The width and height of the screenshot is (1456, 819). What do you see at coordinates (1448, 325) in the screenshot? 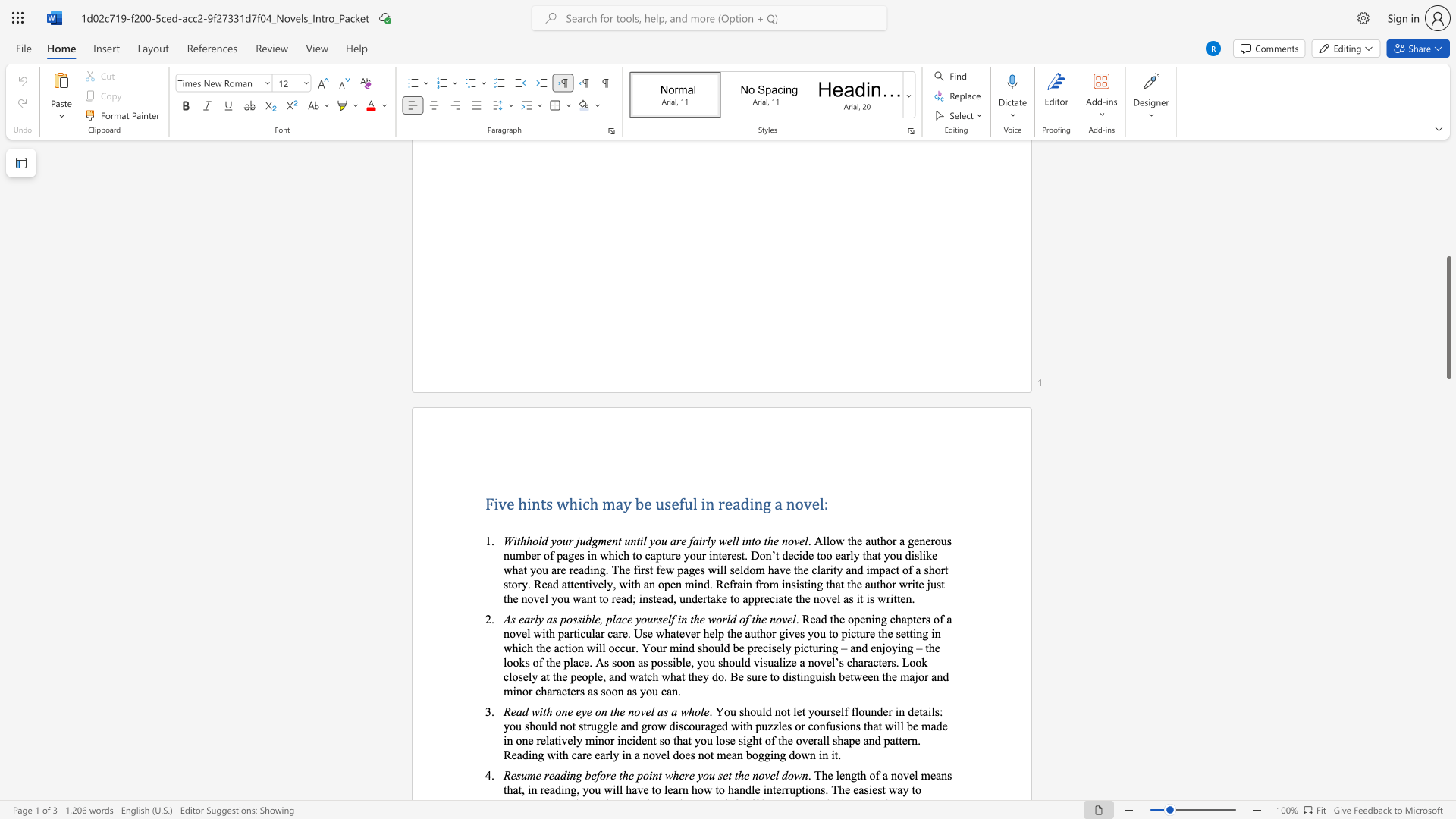
I see `the scrollbar on the right` at bounding box center [1448, 325].